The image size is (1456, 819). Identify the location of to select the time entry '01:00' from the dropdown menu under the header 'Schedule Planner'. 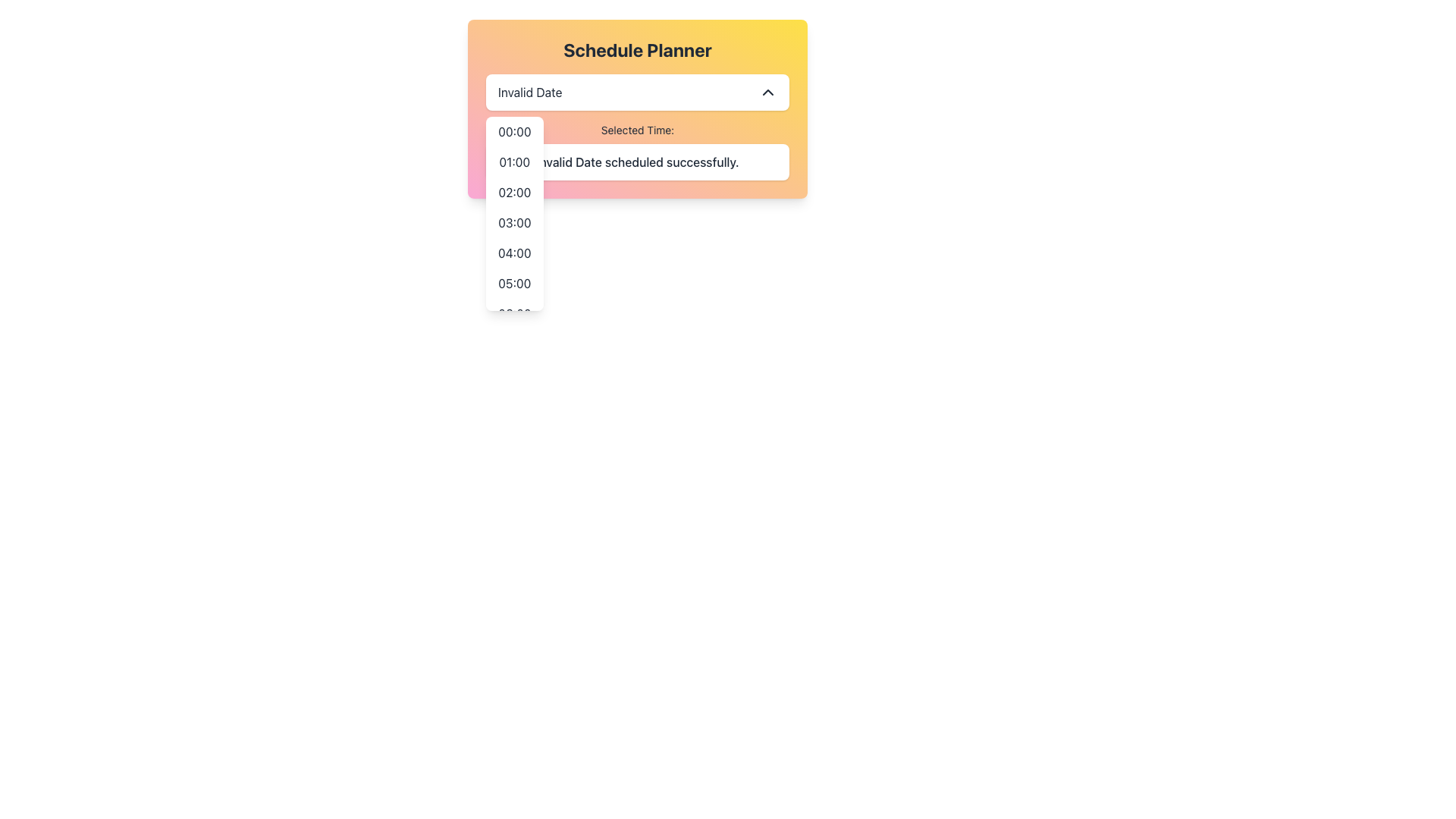
(514, 162).